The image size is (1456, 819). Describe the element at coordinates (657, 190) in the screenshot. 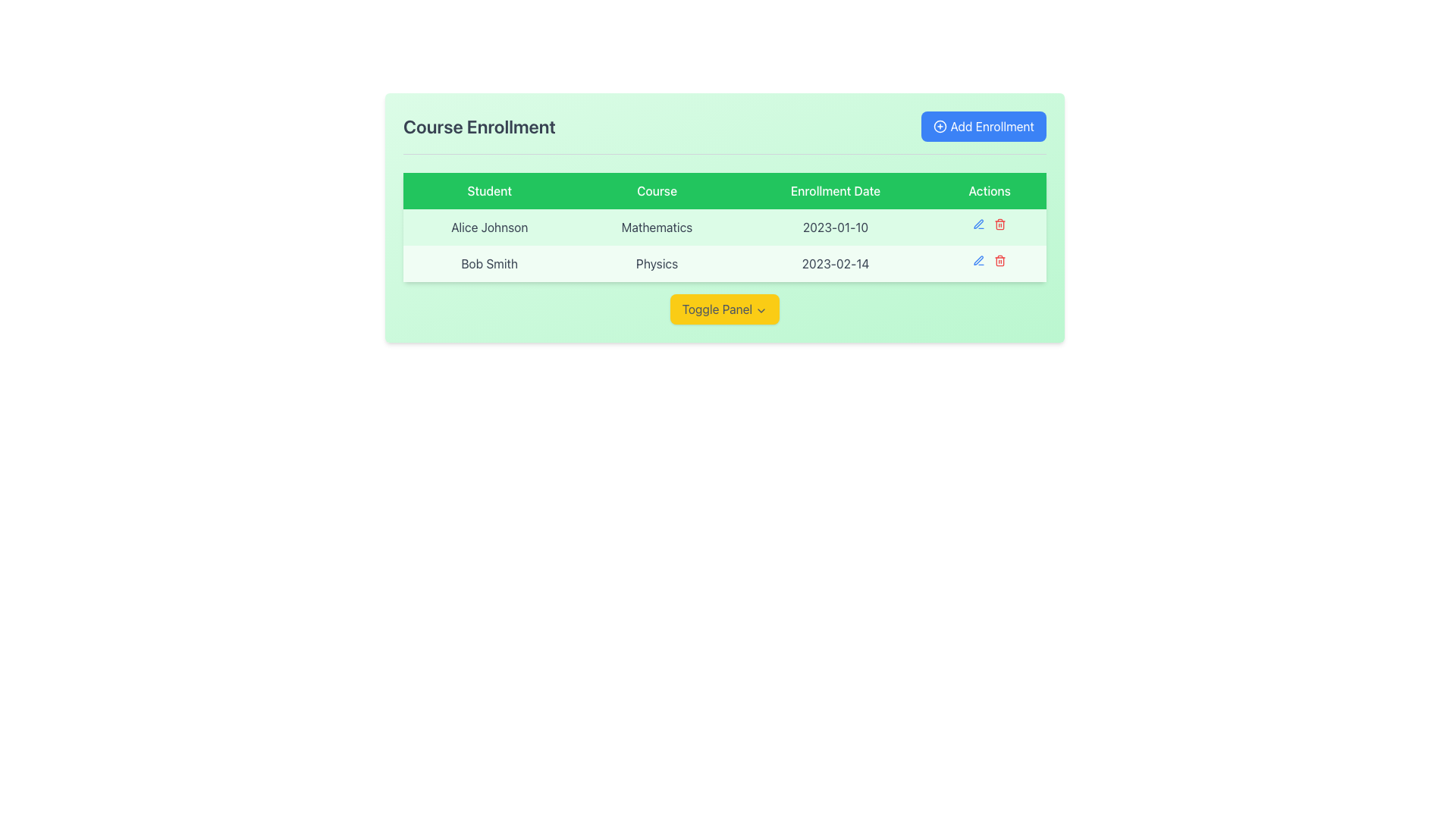

I see `the text label displaying 'Course' in the second column of the table header, which is styled with a bold and centered font on a green background` at that location.